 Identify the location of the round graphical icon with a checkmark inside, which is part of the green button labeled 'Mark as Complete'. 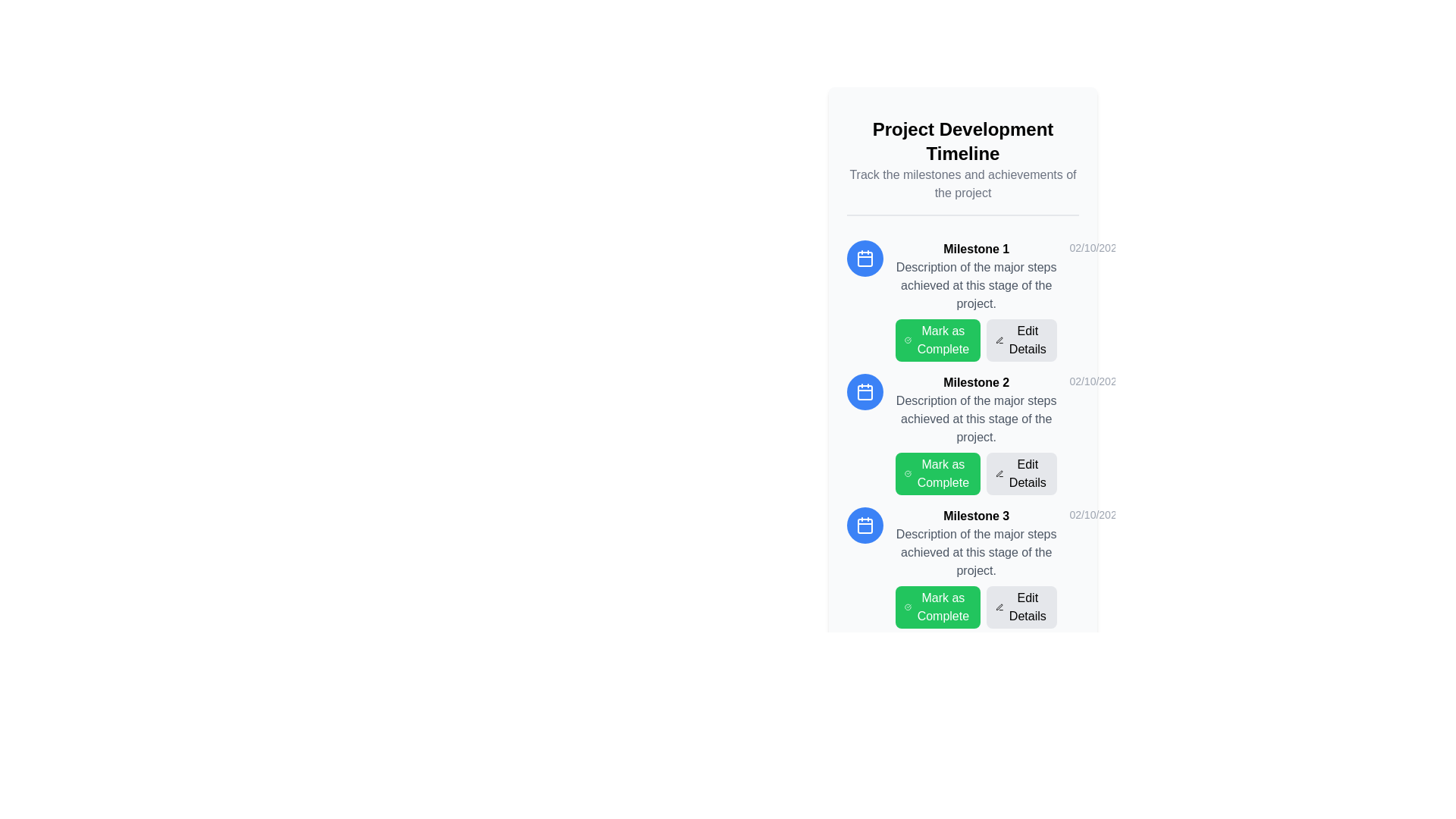
(908, 339).